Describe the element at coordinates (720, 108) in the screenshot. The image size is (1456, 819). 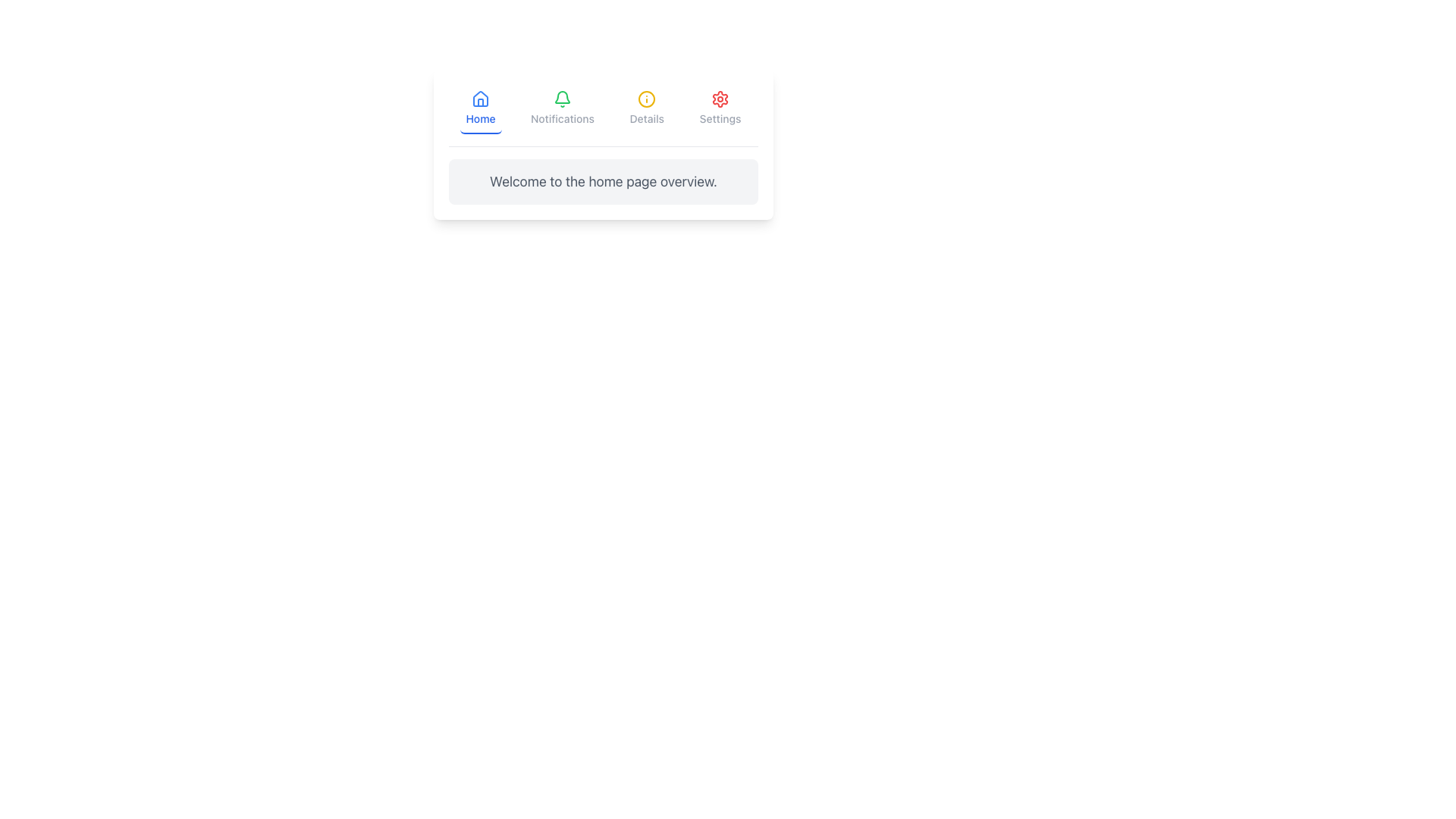
I see `the settings button, which is the fourth button in the horizontal navigation bar` at that location.